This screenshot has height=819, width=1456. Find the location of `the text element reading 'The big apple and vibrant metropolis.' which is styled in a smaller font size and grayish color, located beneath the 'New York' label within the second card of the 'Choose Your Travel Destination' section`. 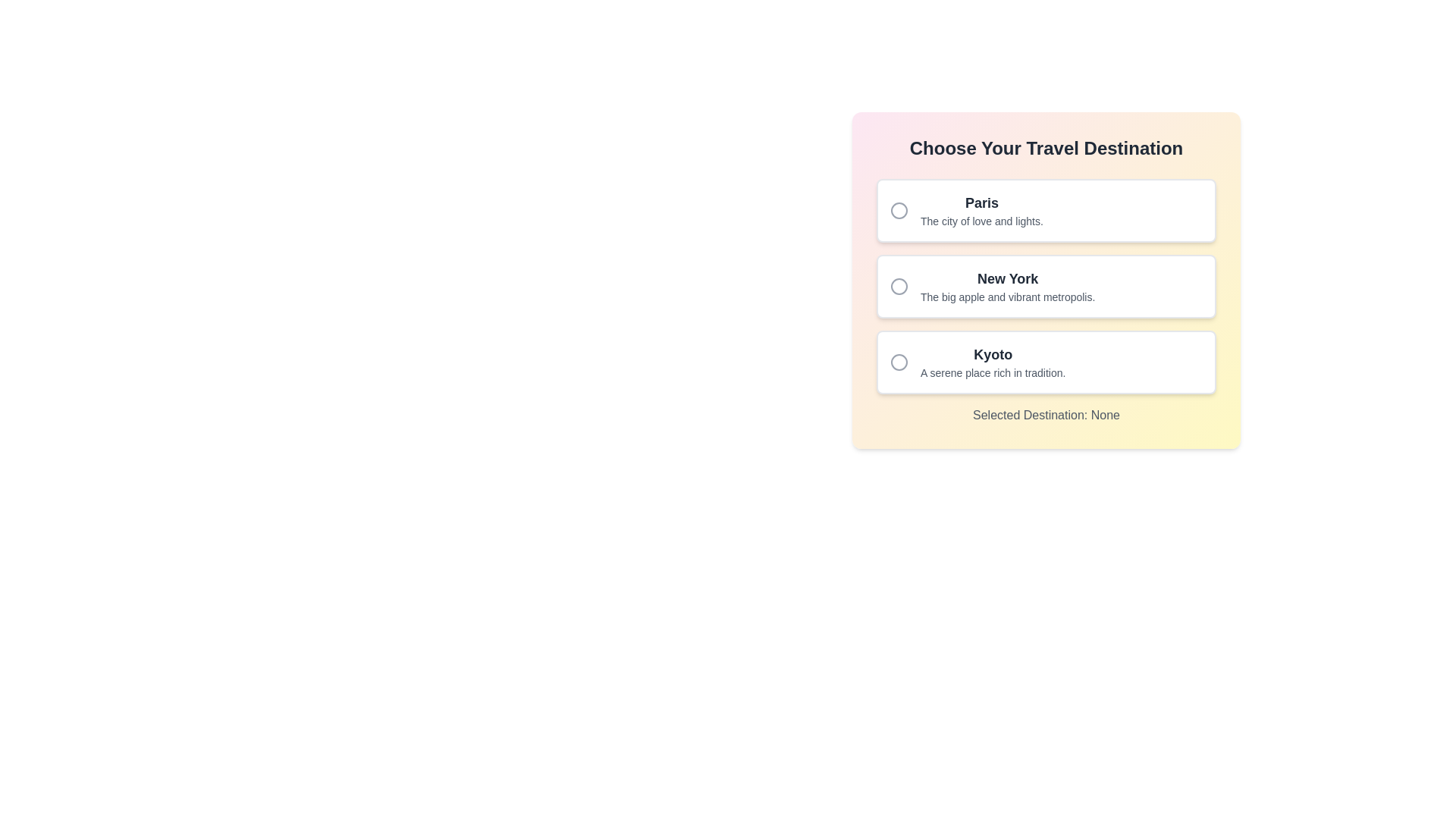

the text element reading 'The big apple and vibrant metropolis.' which is styled in a smaller font size and grayish color, located beneath the 'New York' label within the second card of the 'Choose Your Travel Destination' section is located at coordinates (1008, 297).